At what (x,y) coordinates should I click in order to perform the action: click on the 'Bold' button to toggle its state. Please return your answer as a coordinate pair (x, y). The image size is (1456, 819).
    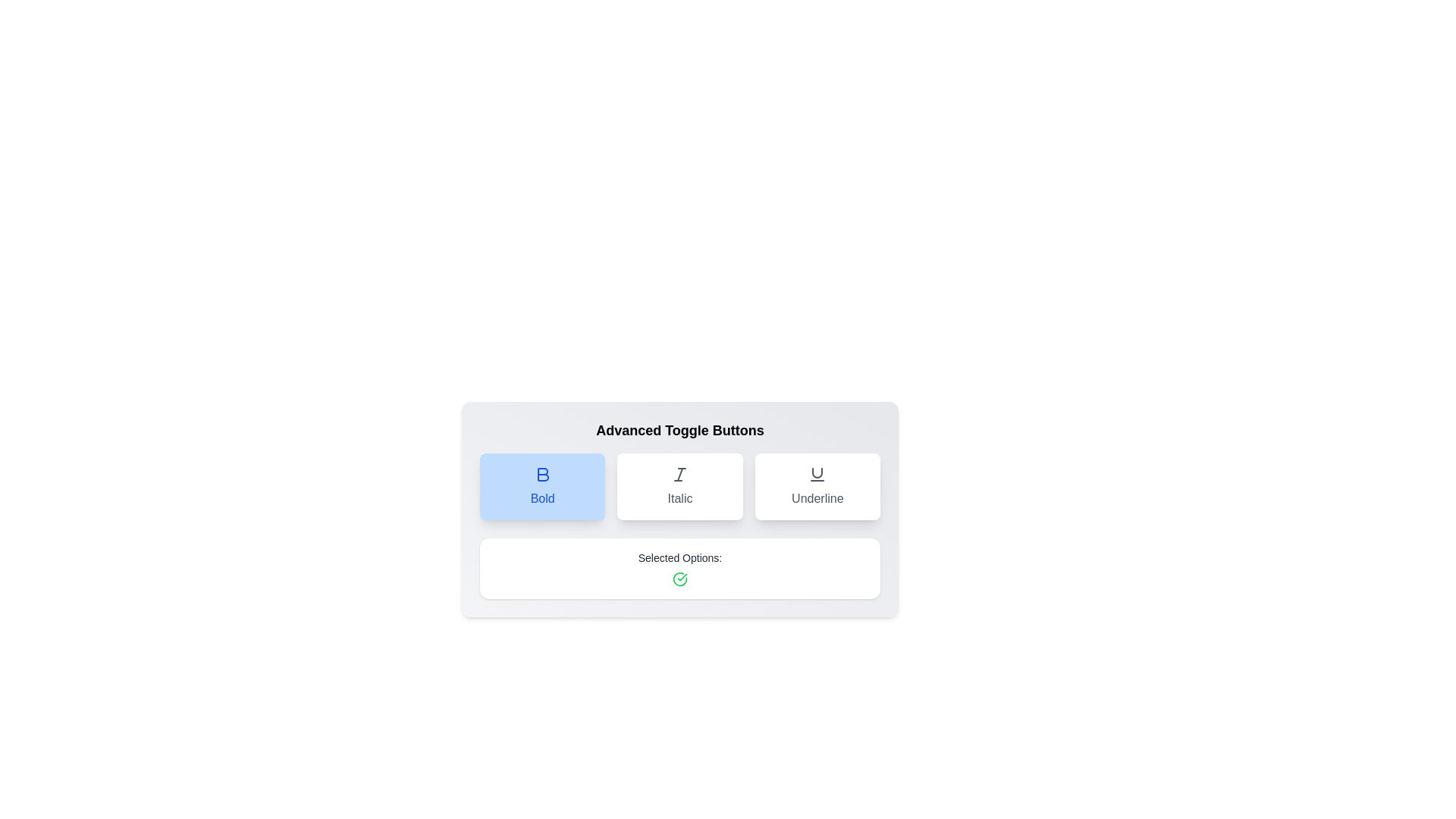
    Looking at the image, I should click on (542, 486).